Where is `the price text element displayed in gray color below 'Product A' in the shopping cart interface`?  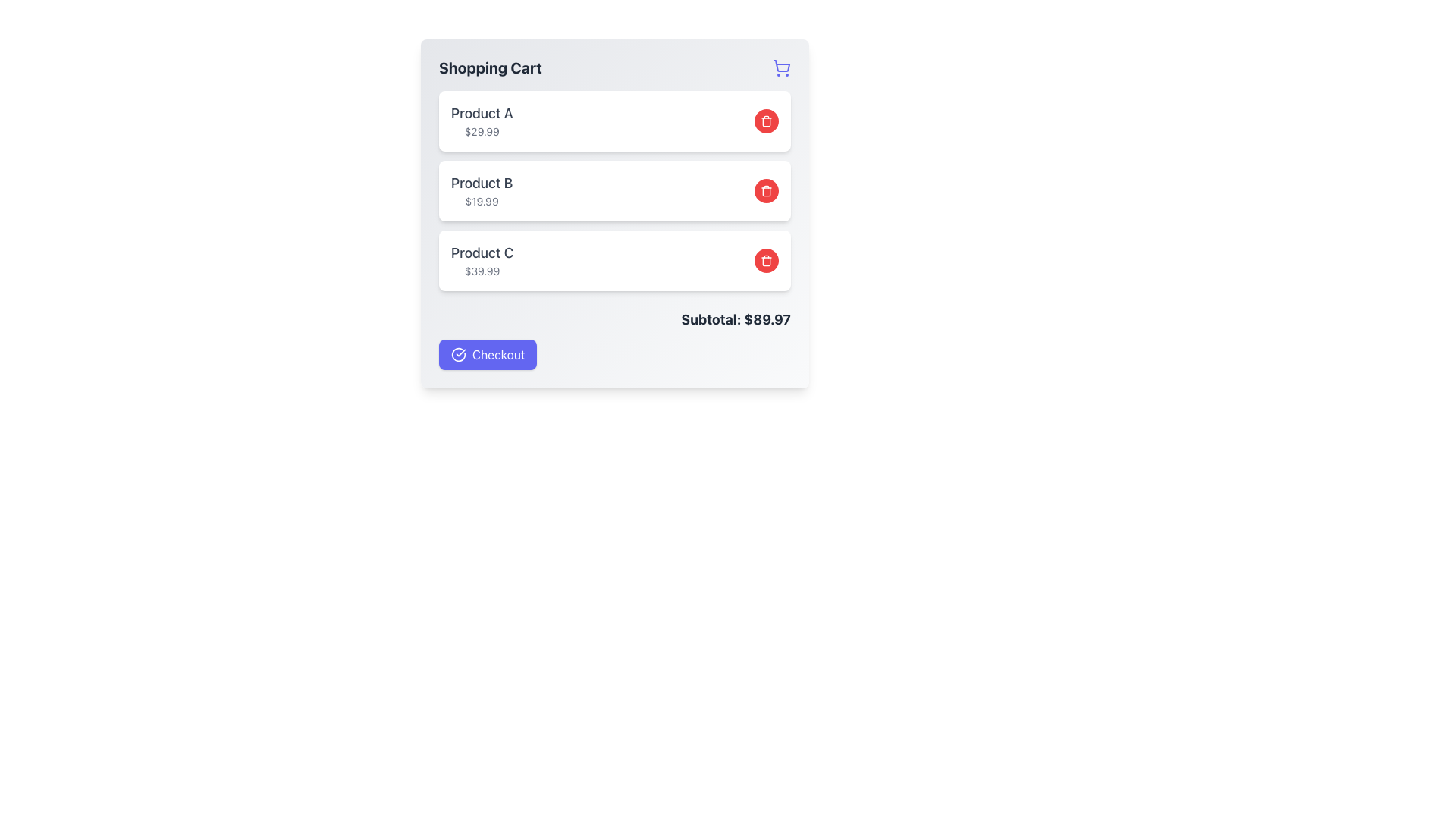 the price text element displayed in gray color below 'Product A' in the shopping cart interface is located at coordinates (481, 130).